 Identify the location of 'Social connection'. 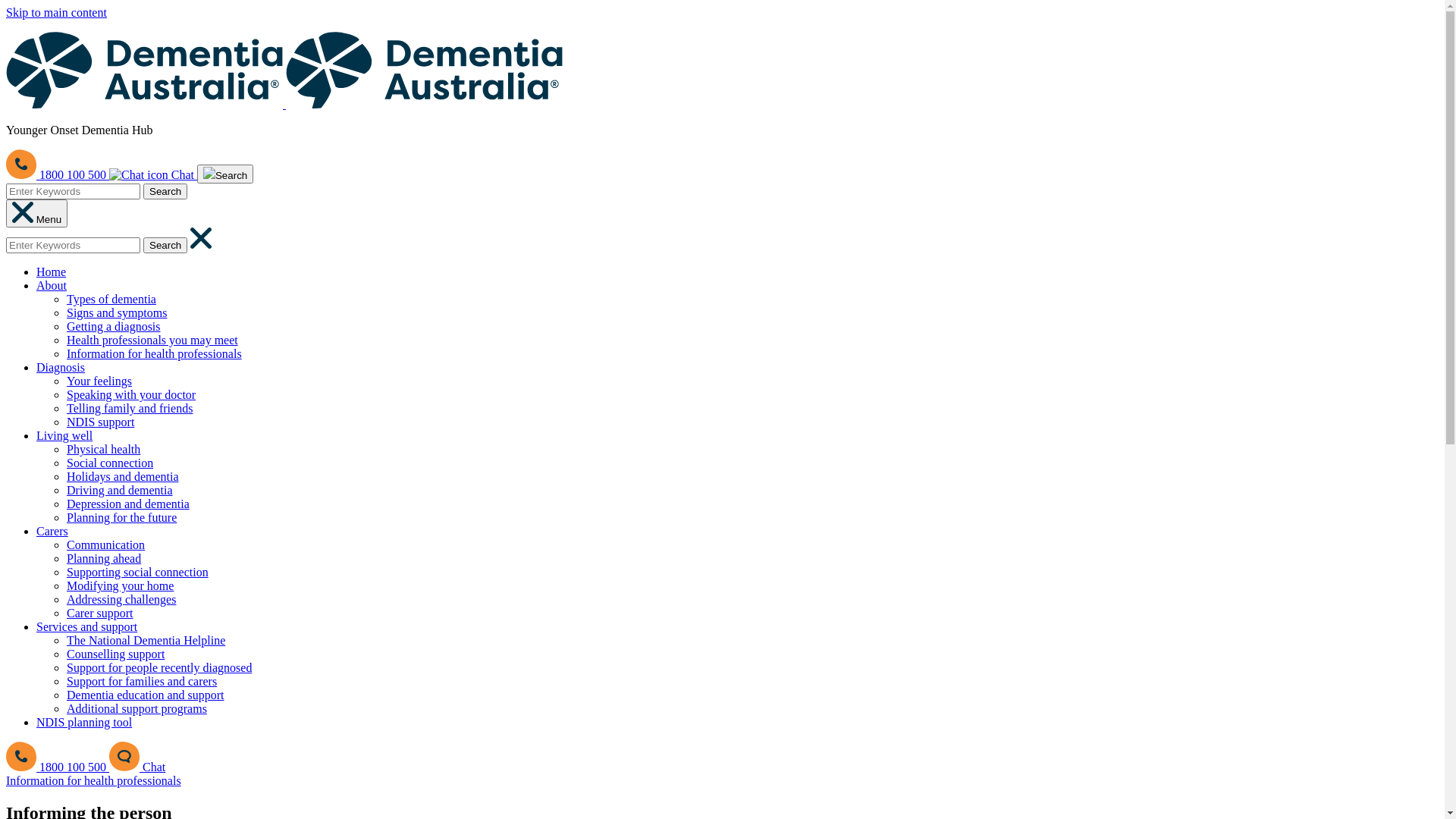
(65, 462).